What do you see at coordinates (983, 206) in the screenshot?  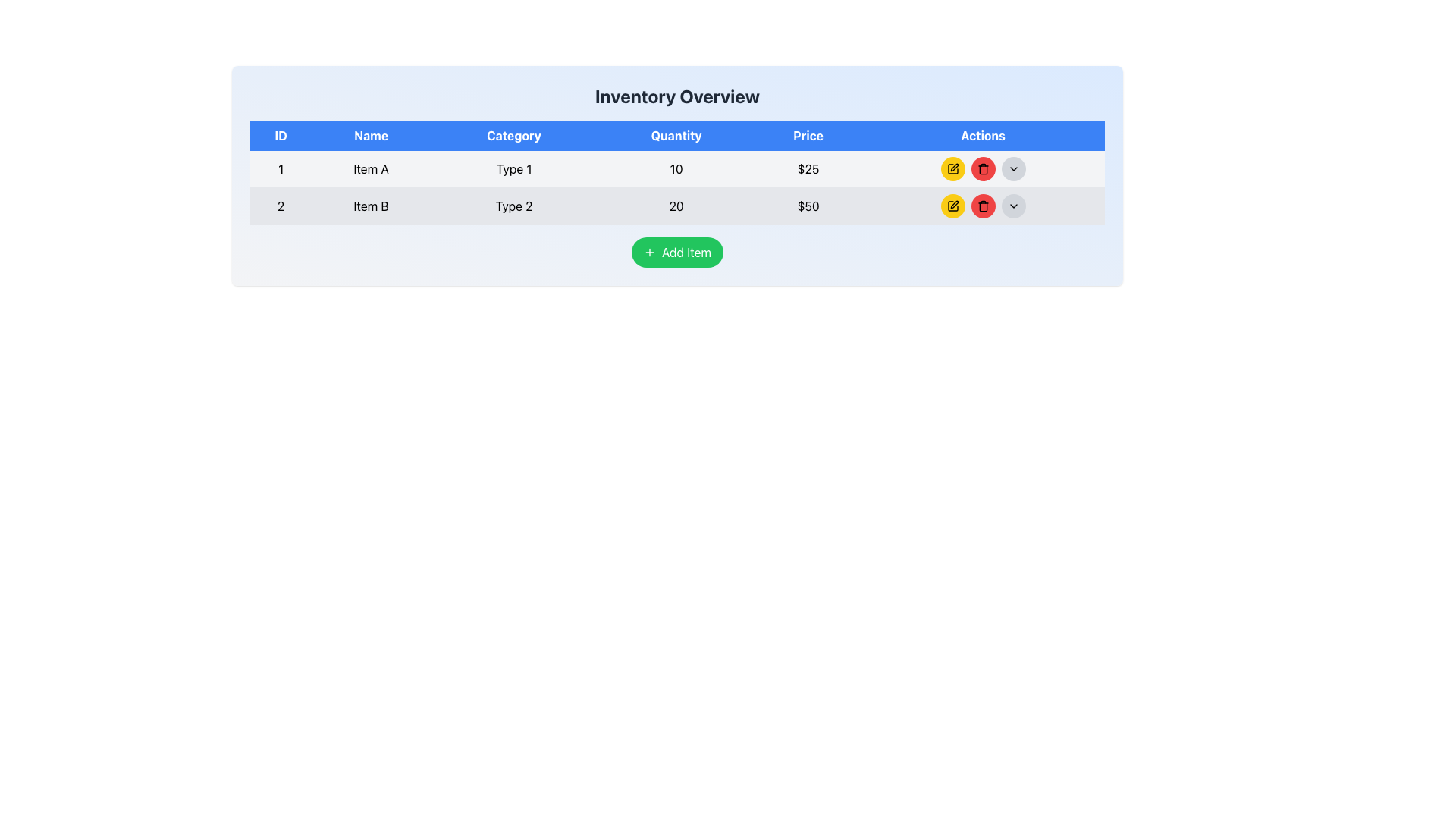 I see `the delete icon button in the Actions column of the second row of the table` at bounding box center [983, 206].